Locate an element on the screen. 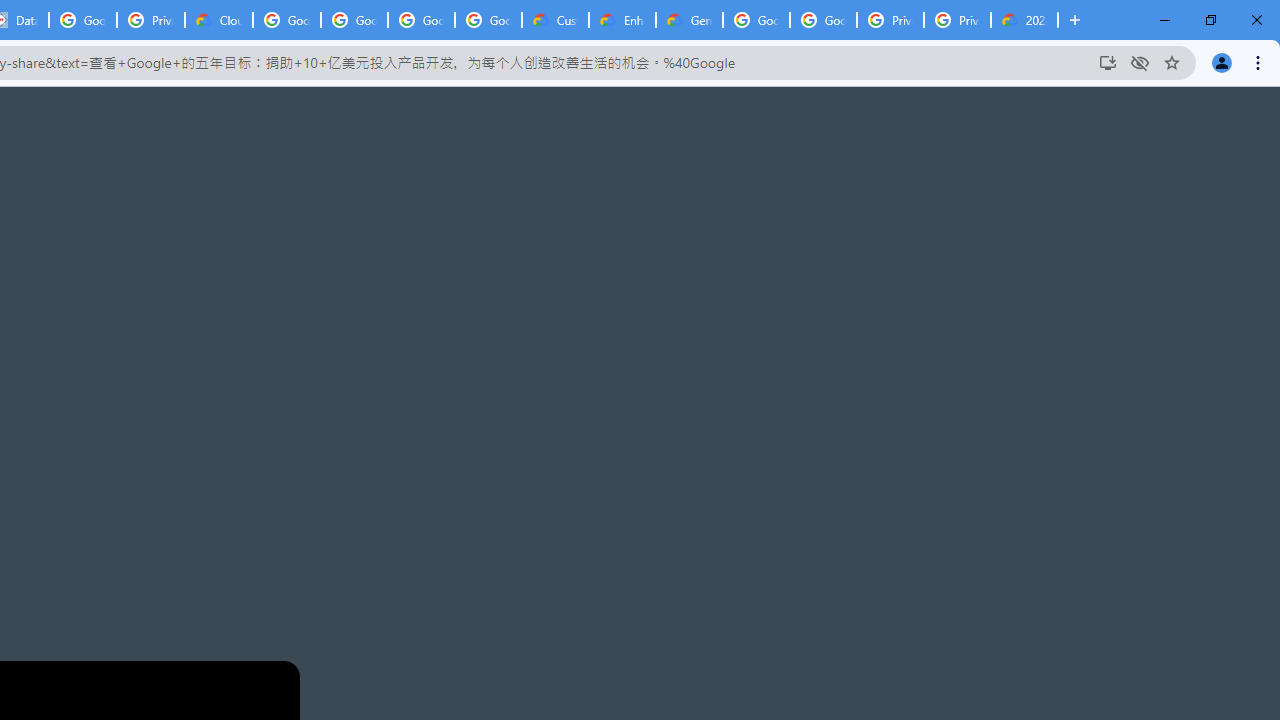  'Install X' is located at coordinates (1106, 61).